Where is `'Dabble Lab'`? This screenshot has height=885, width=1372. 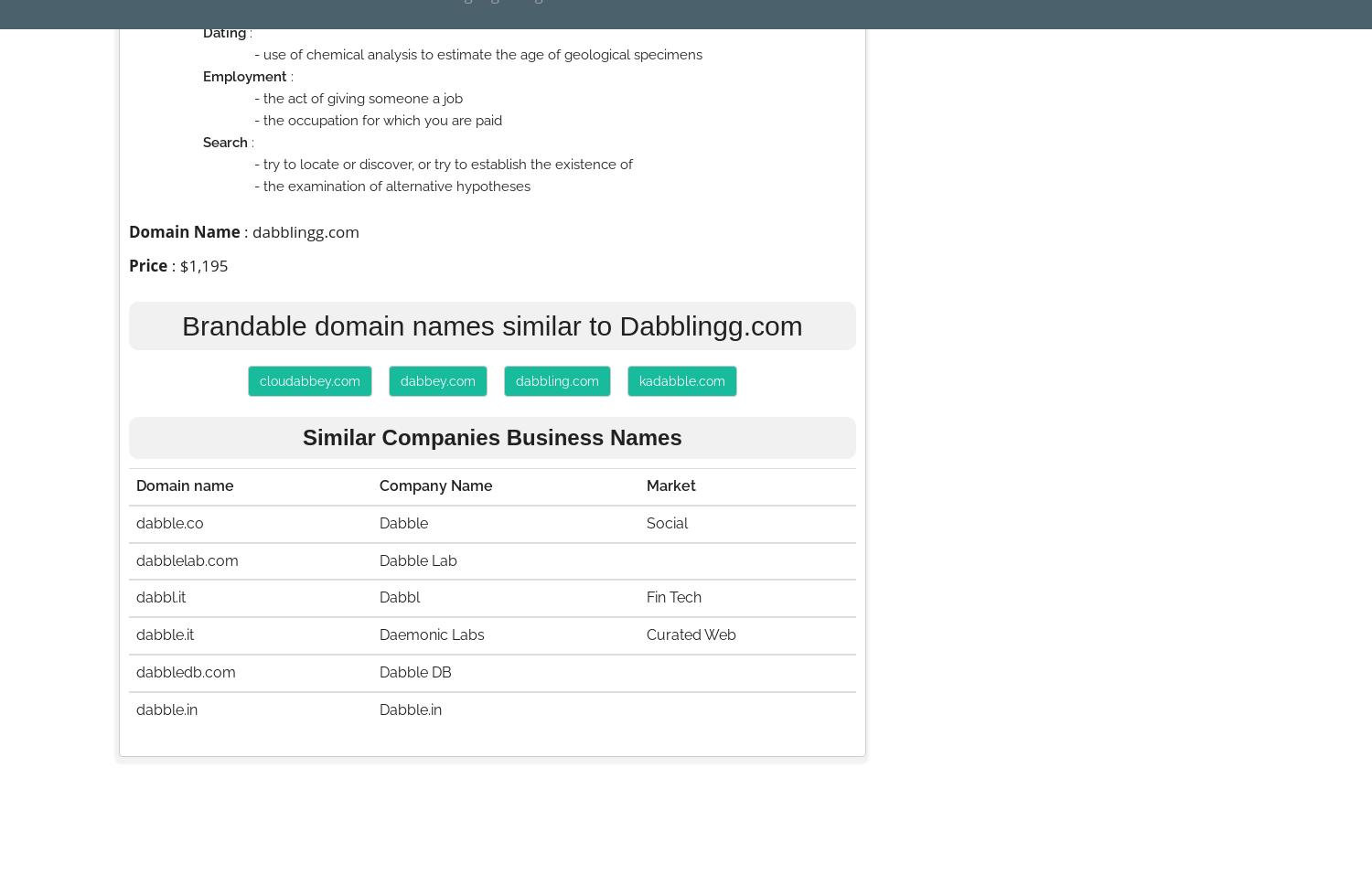 'Dabble Lab' is located at coordinates (417, 559).